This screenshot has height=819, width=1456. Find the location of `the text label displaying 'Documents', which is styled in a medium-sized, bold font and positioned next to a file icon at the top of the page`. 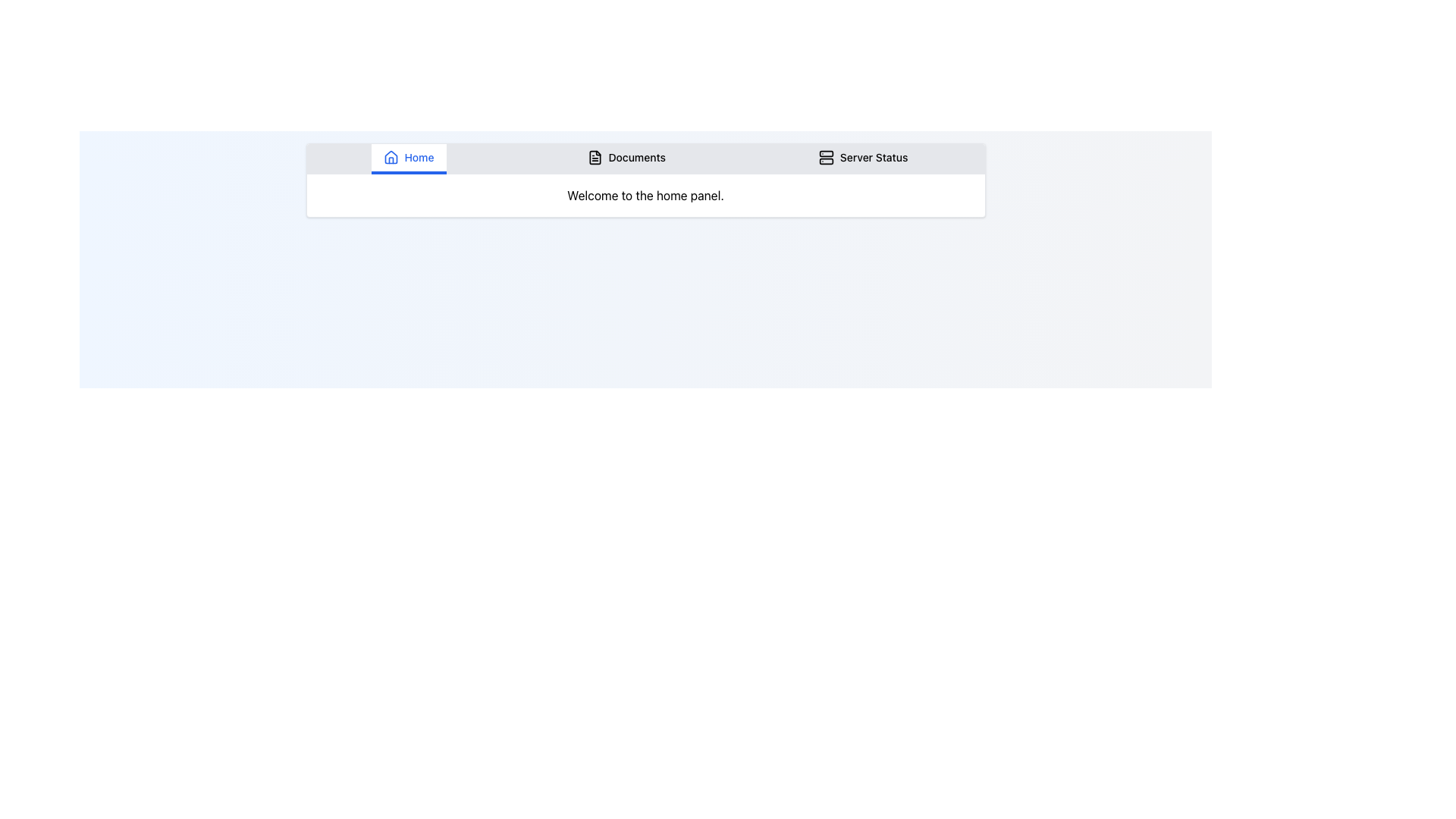

the text label displaying 'Documents', which is styled in a medium-sized, bold font and positioned next to a file icon at the top of the page is located at coordinates (637, 158).